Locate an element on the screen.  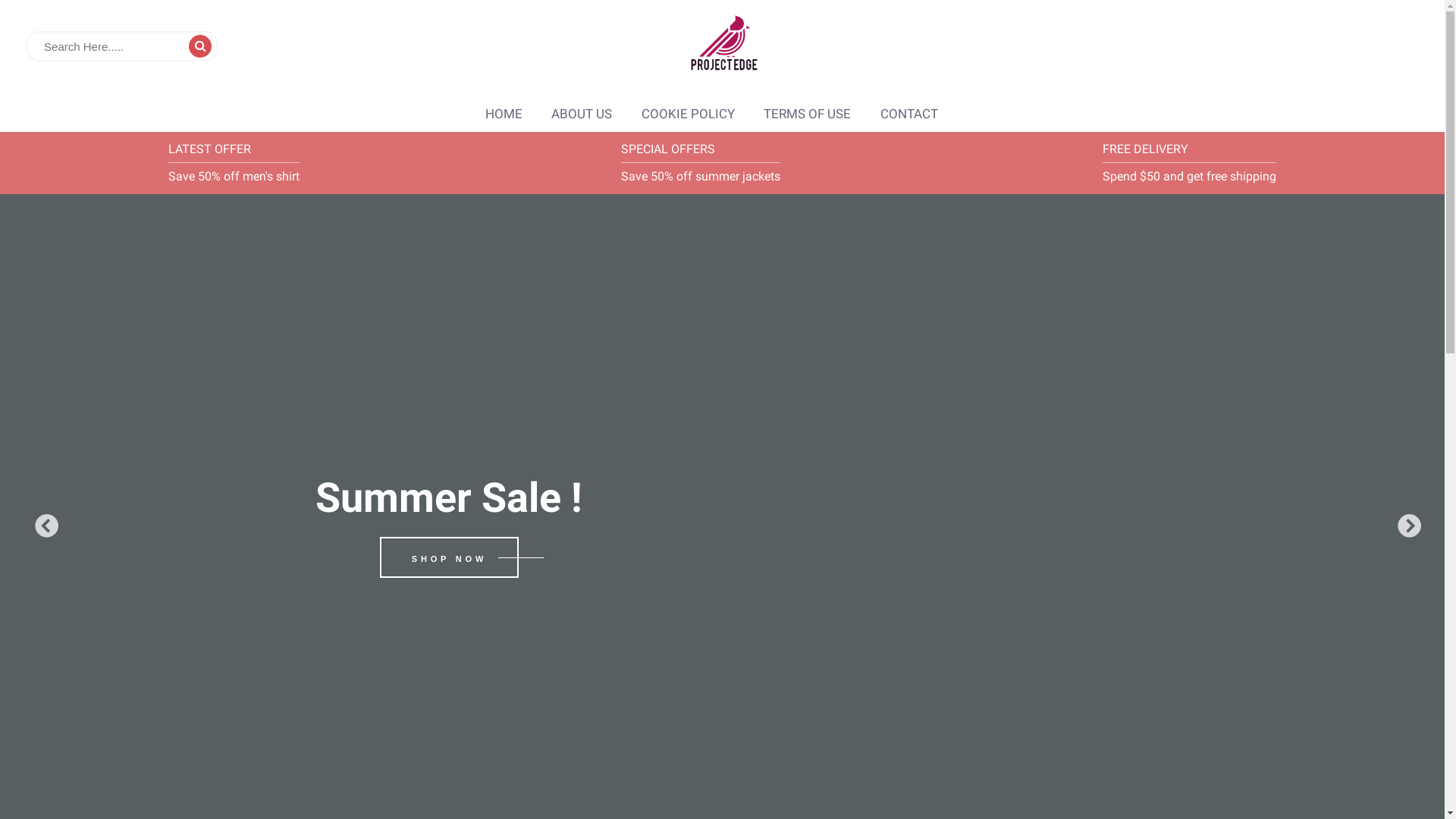
'HOME' is located at coordinates (504, 113).